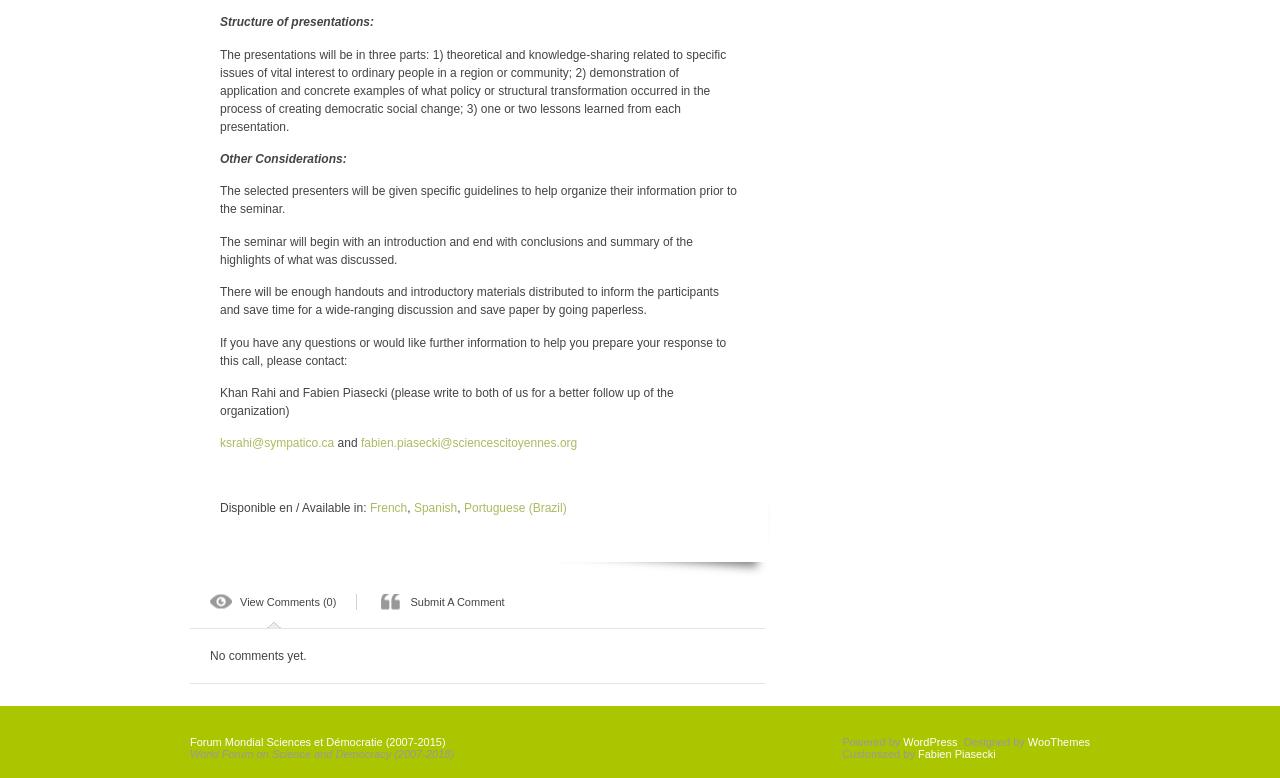 The image size is (1280, 778). What do you see at coordinates (369, 507) in the screenshot?
I see `'French'` at bounding box center [369, 507].